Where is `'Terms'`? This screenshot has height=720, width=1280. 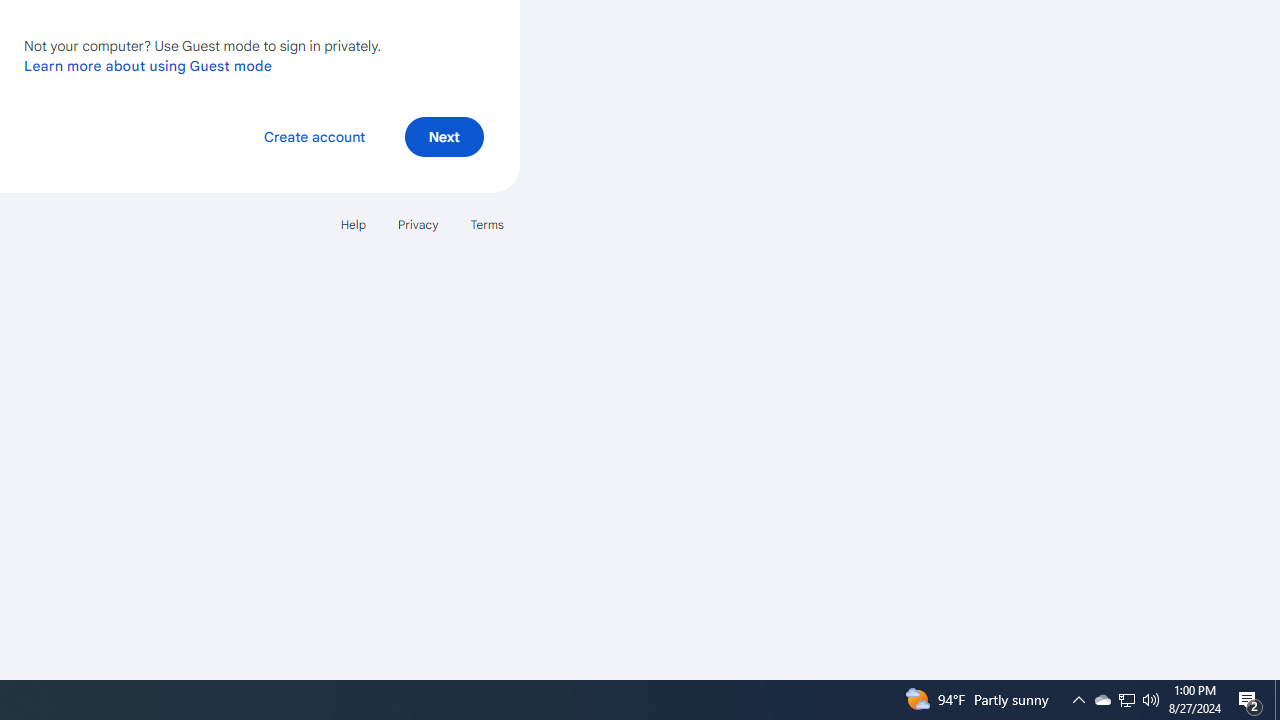 'Terms' is located at coordinates (487, 224).